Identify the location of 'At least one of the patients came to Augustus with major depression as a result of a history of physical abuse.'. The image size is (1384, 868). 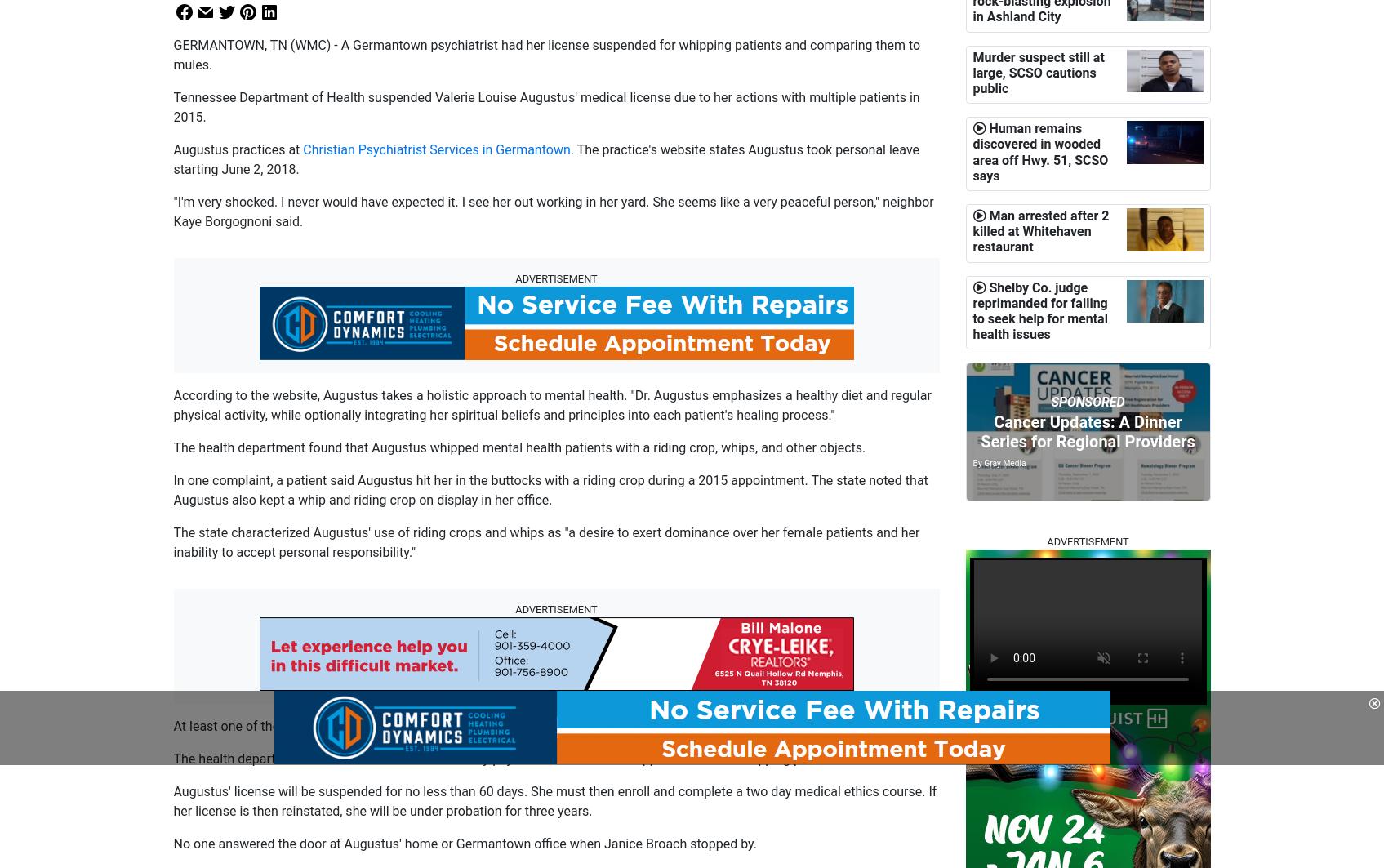
(491, 725).